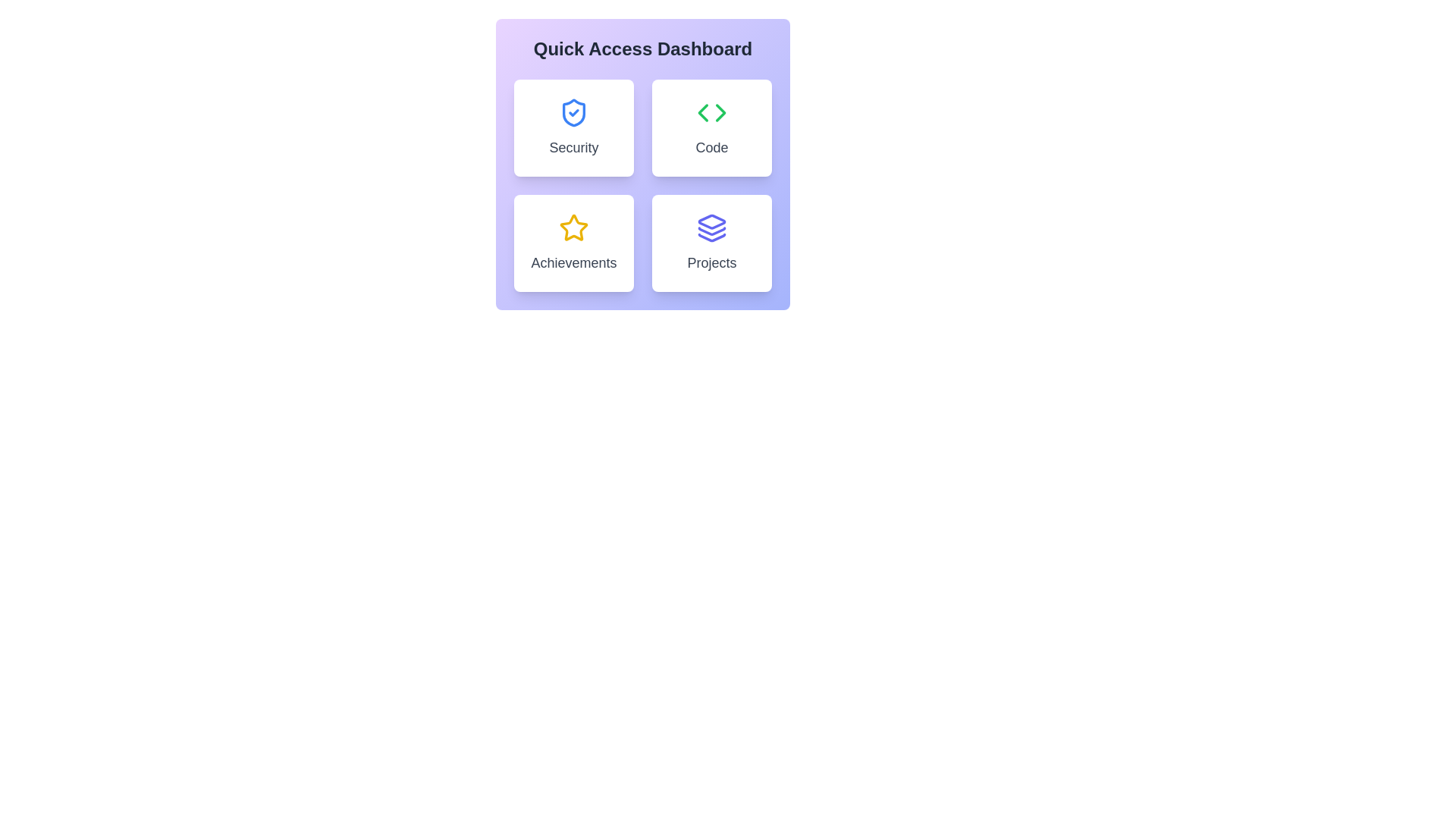  Describe the element at coordinates (711, 148) in the screenshot. I see `the interactive text label located in the top-right card of the 2x2 grid layout under the heading 'Quick Access Dashboard'` at that location.